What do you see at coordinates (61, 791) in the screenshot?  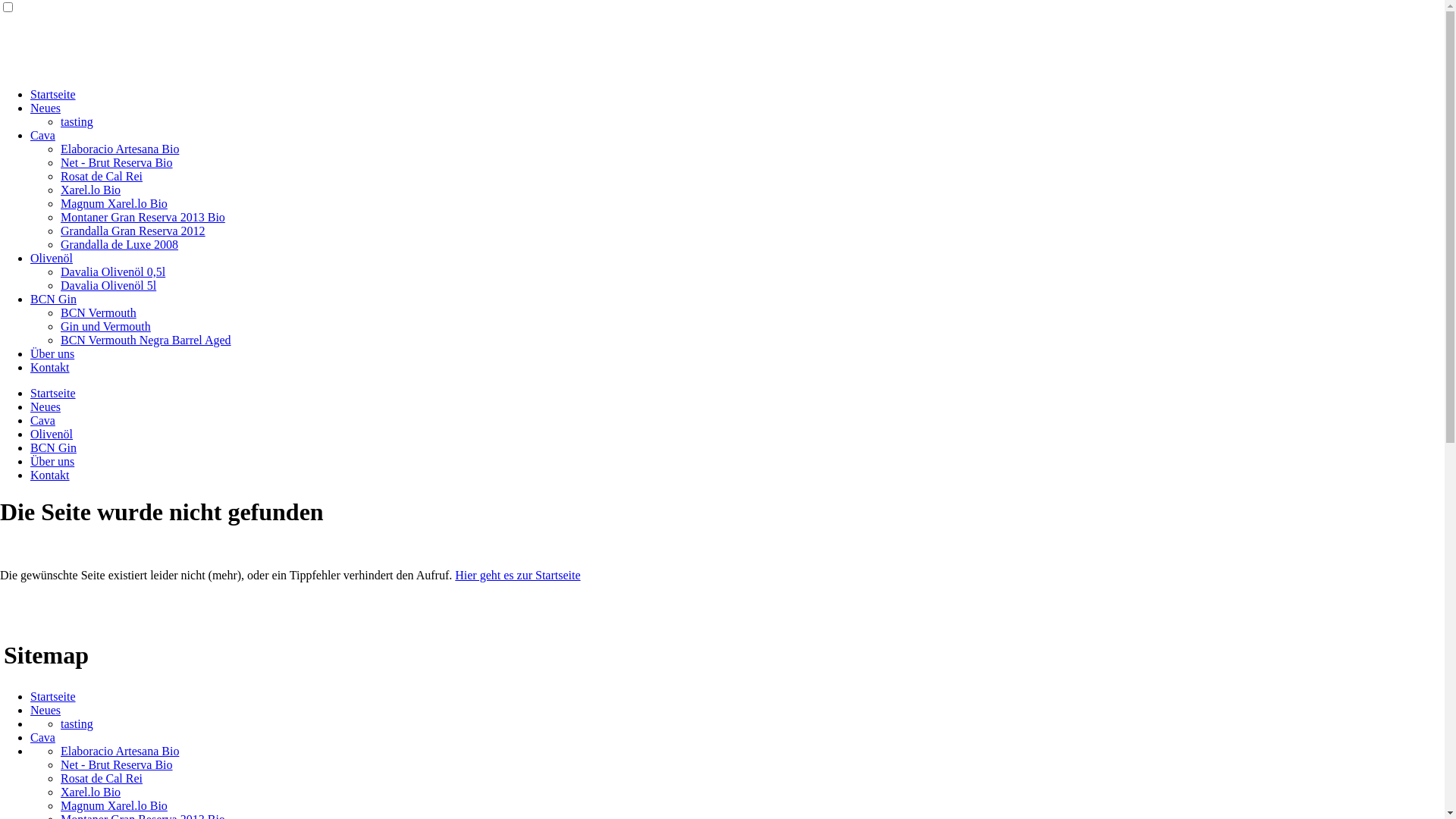 I see `'Xarel.lo Bio'` at bounding box center [61, 791].